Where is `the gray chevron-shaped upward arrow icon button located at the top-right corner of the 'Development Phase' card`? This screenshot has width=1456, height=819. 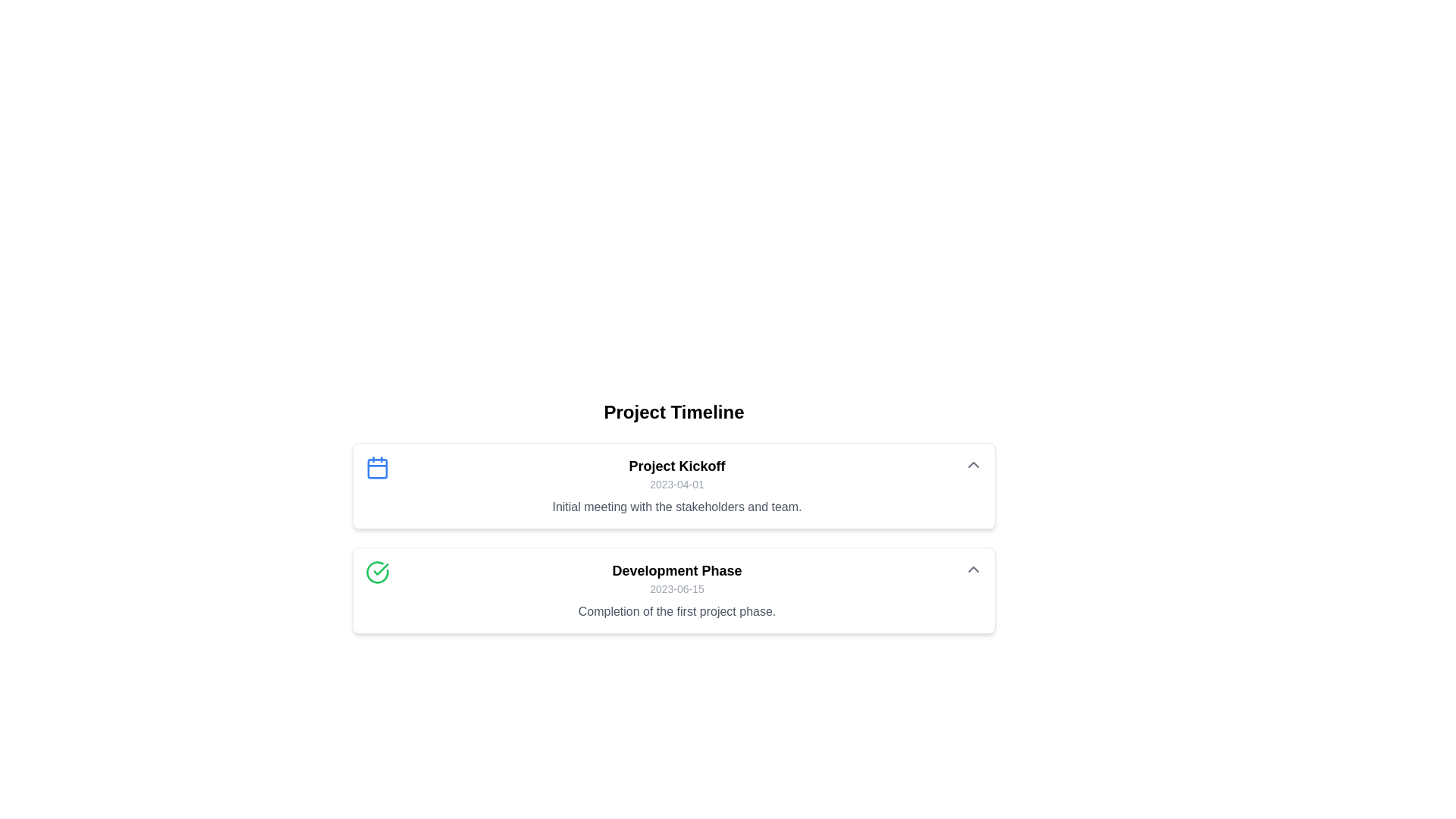 the gray chevron-shaped upward arrow icon button located at the top-right corner of the 'Development Phase' card is located at coordinates (973, 570).